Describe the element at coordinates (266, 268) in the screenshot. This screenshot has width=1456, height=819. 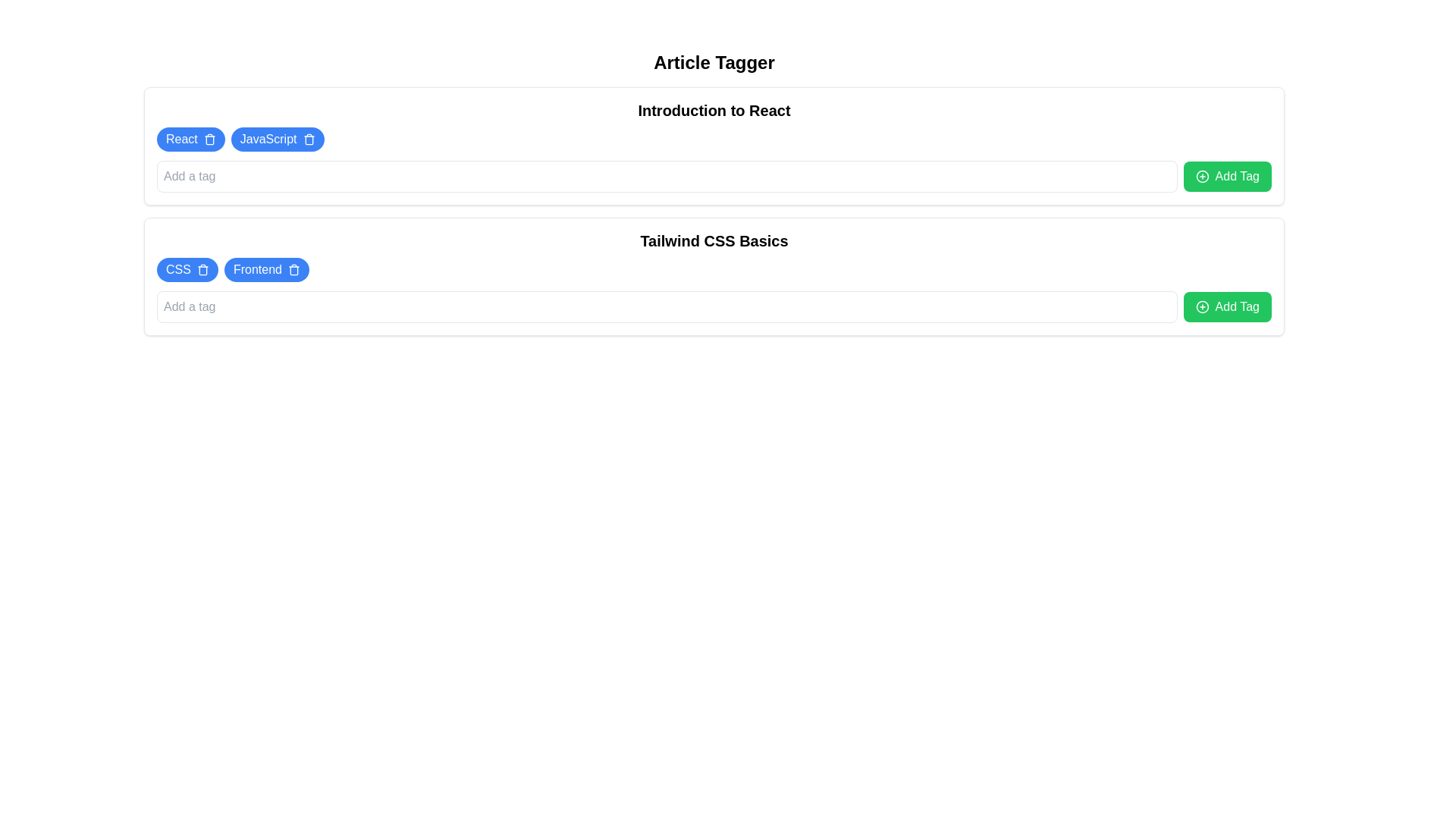
I see `the trash icon on the 'Frontend' tag` at that location.